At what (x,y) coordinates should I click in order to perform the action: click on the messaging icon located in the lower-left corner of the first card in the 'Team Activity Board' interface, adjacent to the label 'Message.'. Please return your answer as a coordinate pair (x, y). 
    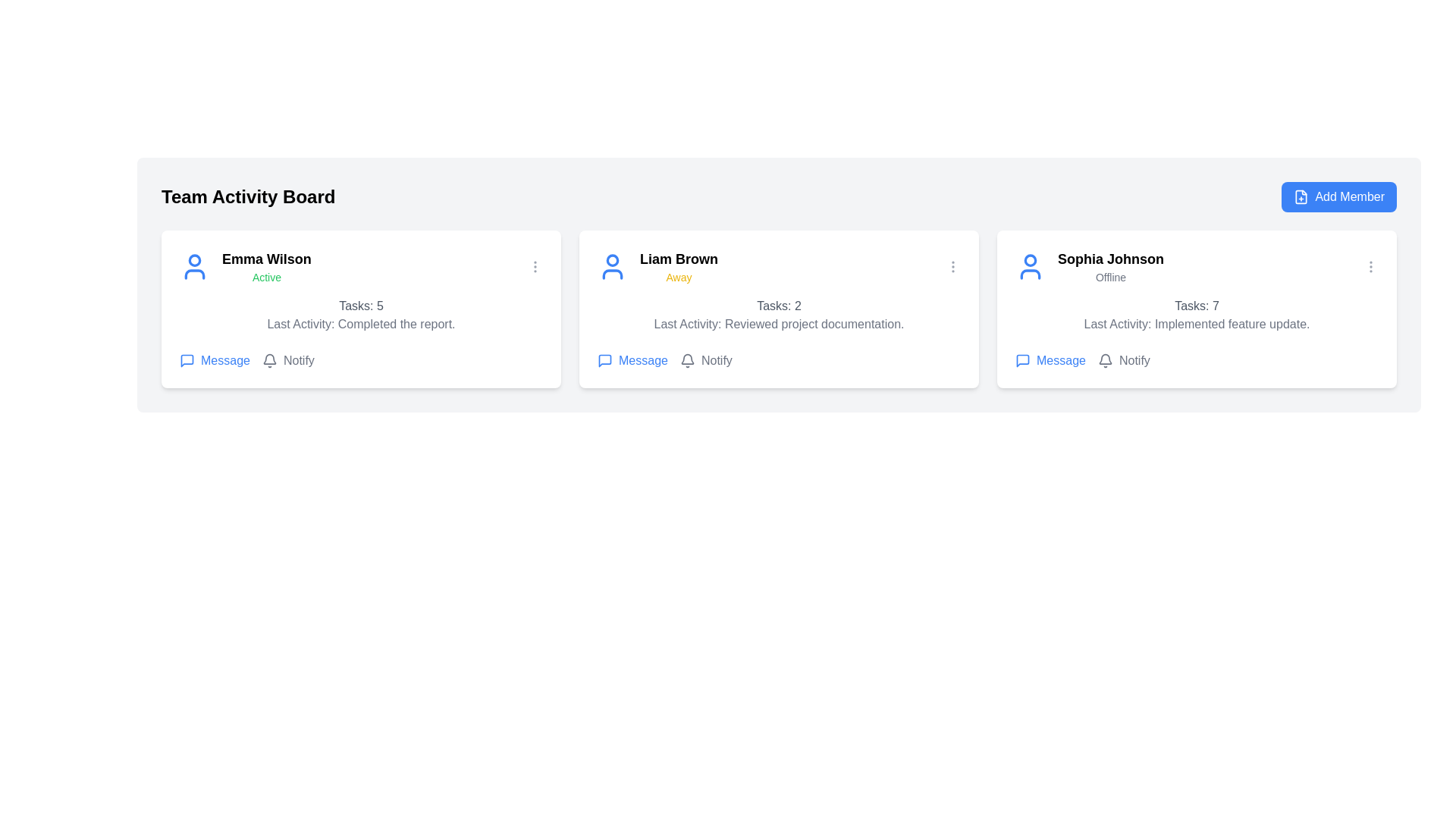
    Looking at the image, I should click on (186, 360).